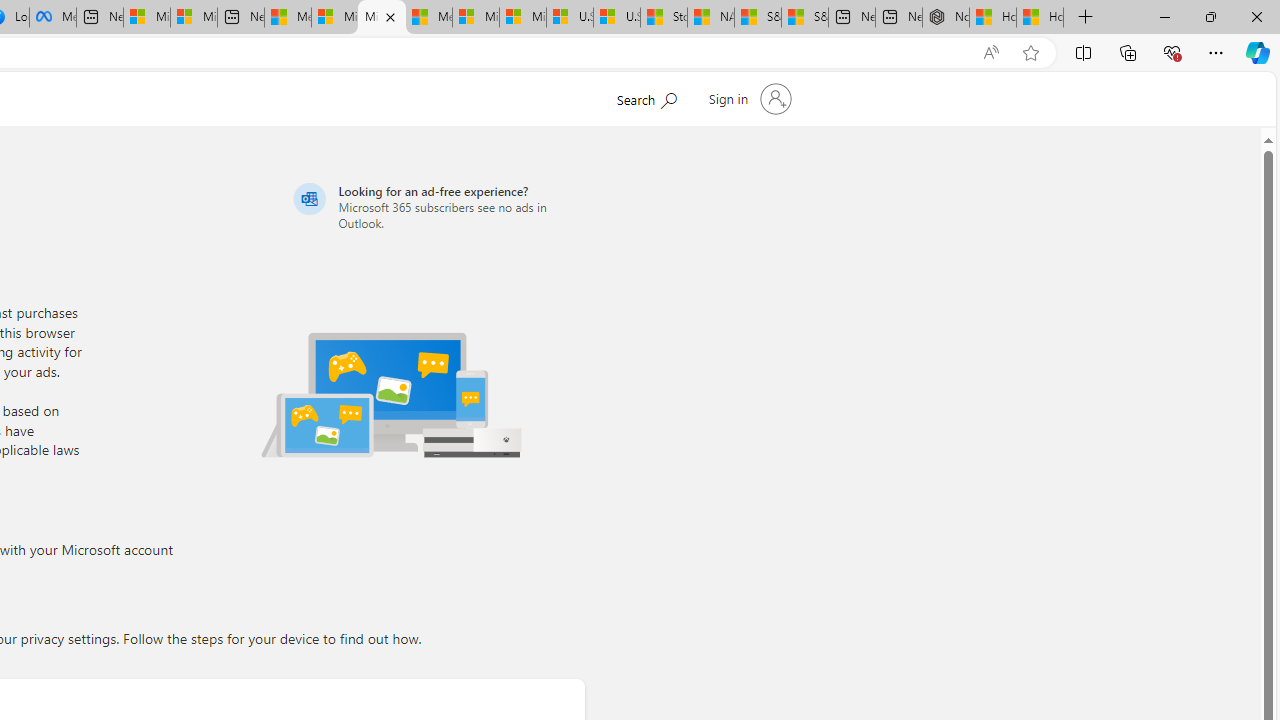 This screenshot has width=1280, height=720. I want to click on 'Illustration of multiple devices', so click(391, 394).